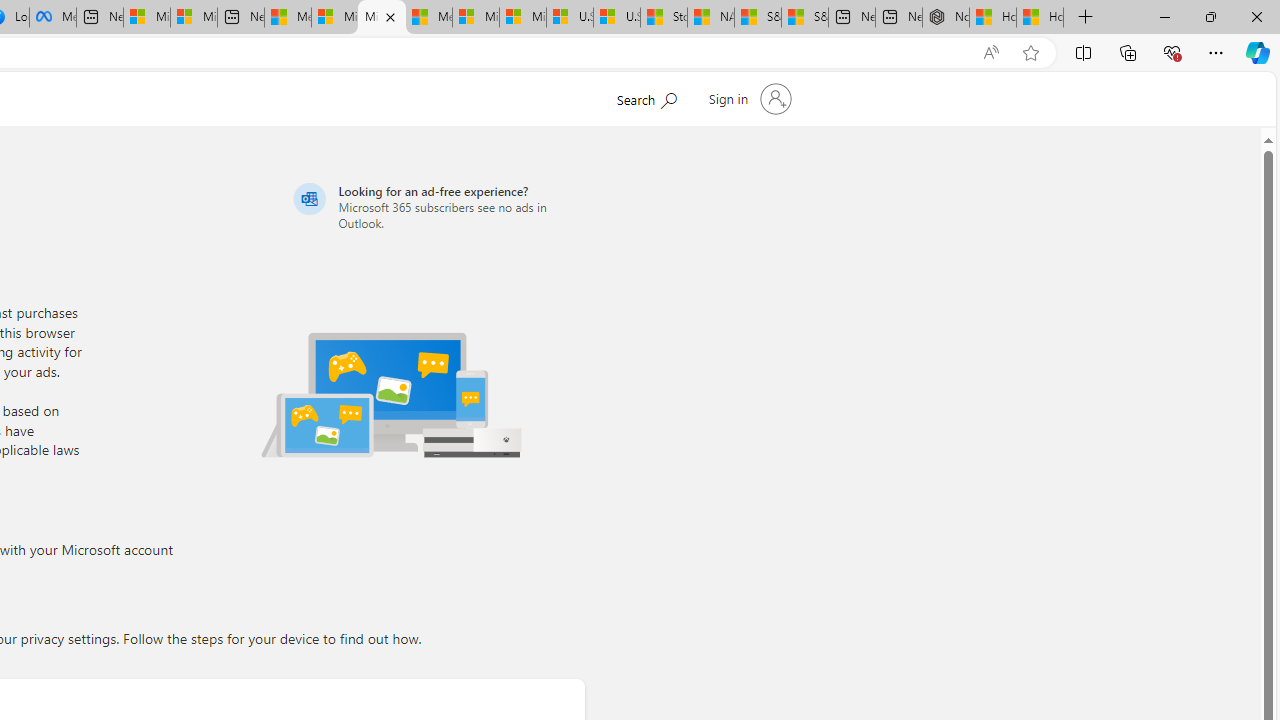 This screenshot has width=1280, height=720. I want to click on 'Illustration of multiple devices', so click(391, 394).